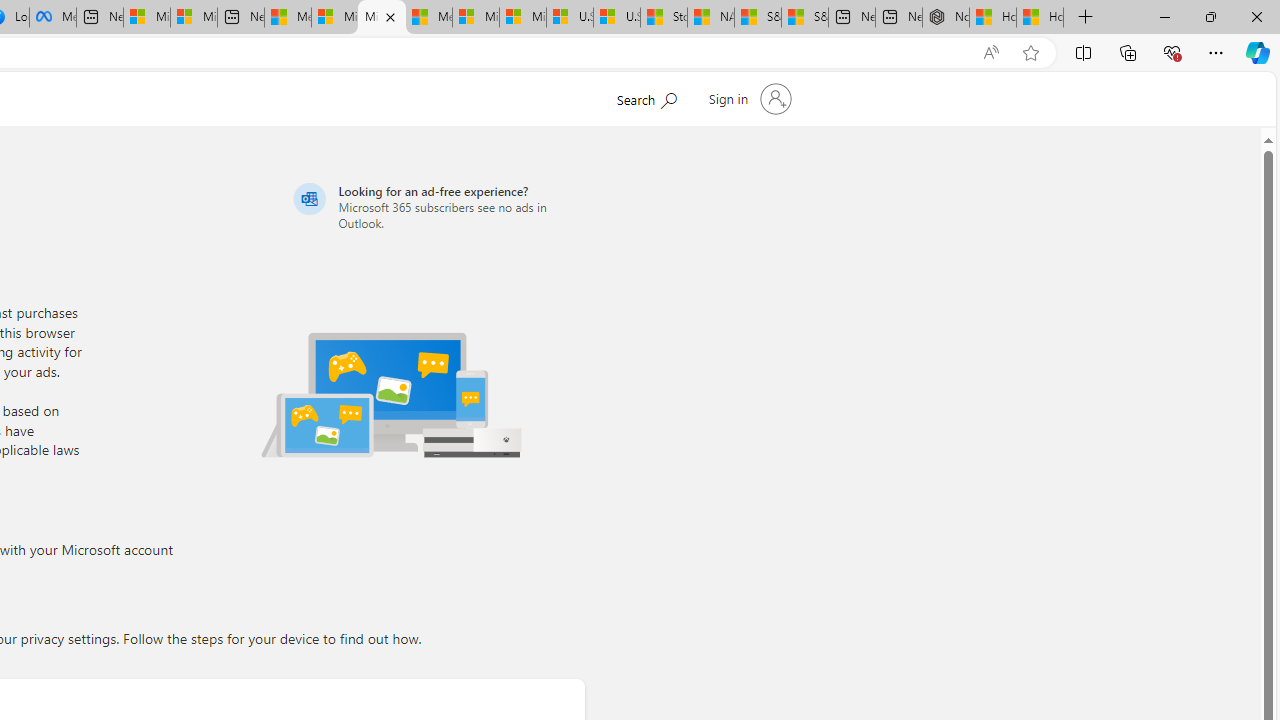 This screenshot has width=1280, height=720. I want to click on 'Illustration of multiple devices', so click(391, 394).